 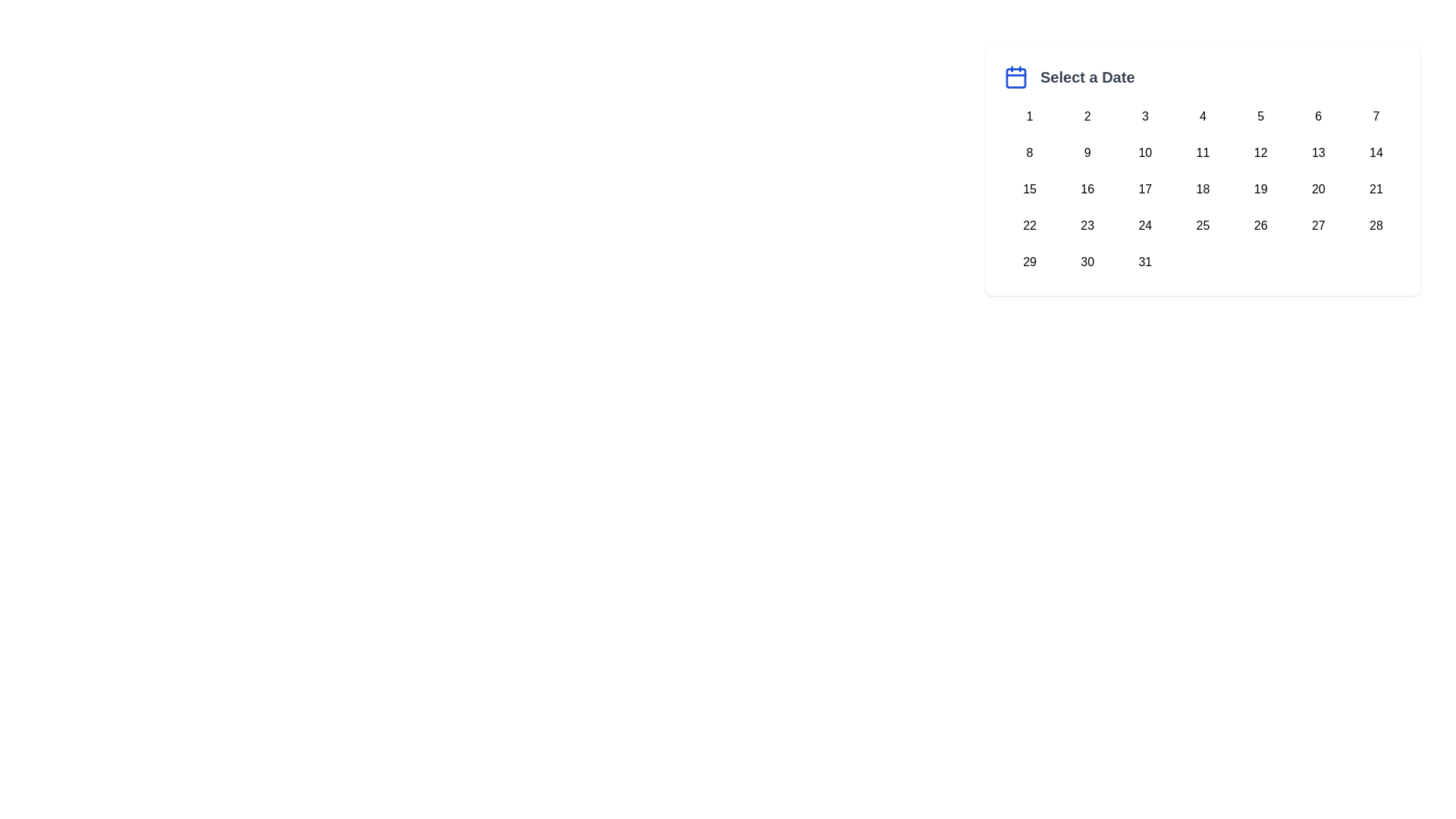 What do you see at coordinates (1087, 262) in the screenshot?
I see `the rounded rectangular button labeled '30' to change its background color to light blue` at bounding box center [1087, 262].